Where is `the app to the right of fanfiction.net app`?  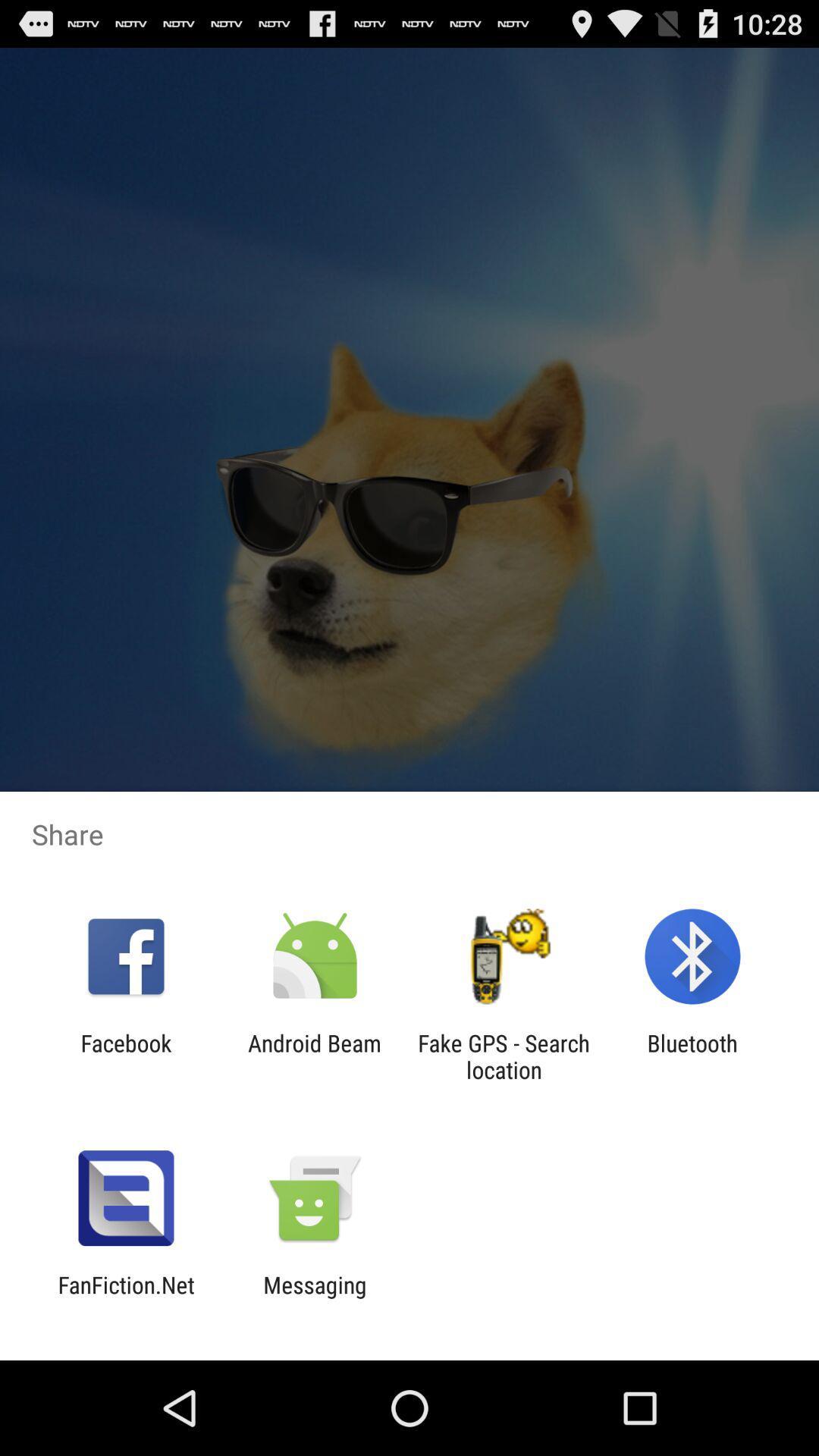 the app to the right of fanfiction.net app is located at coordinates (314, 1298).